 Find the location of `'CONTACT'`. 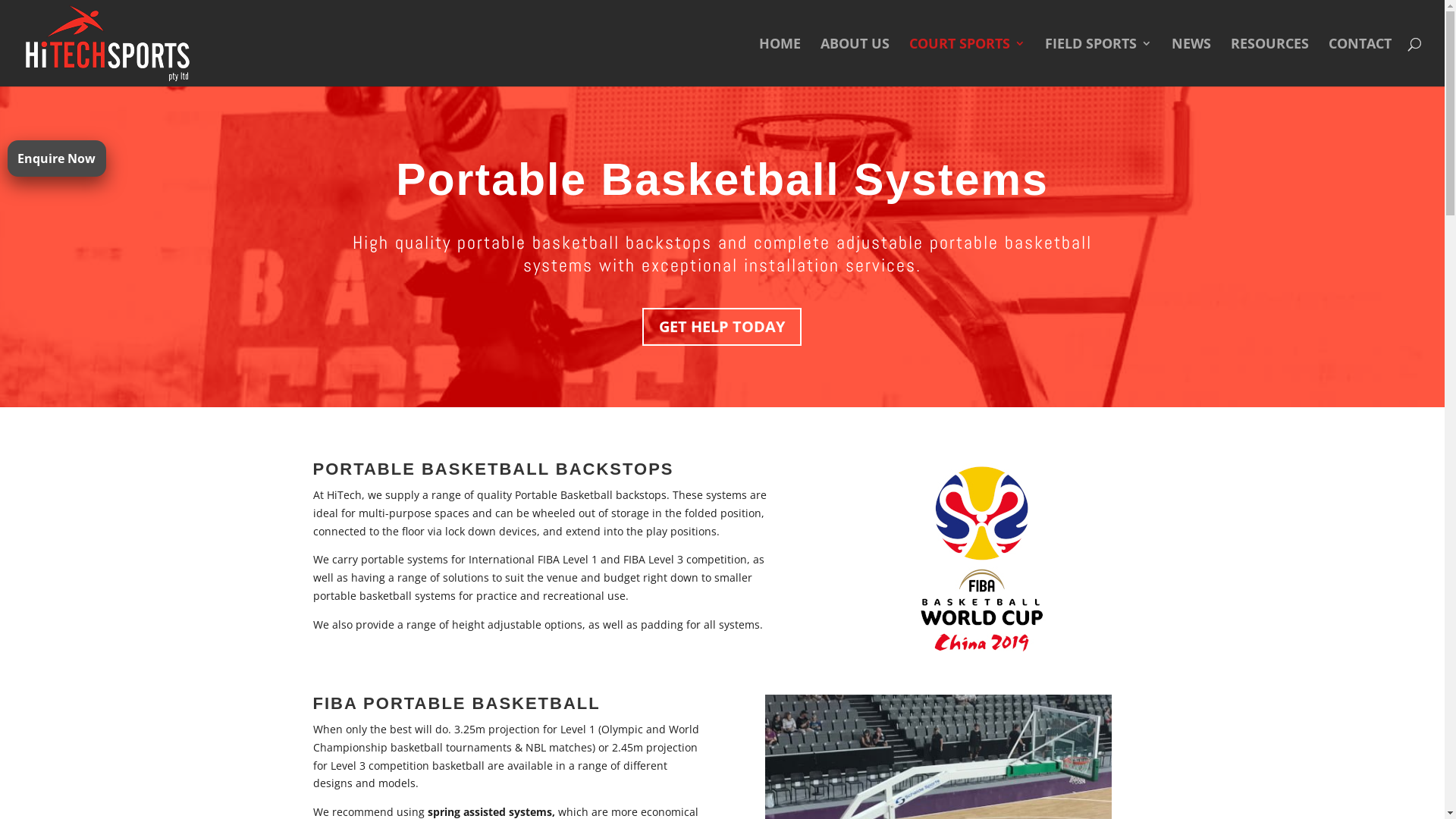

'CONTACT' is located at coordinates (1360, 61).